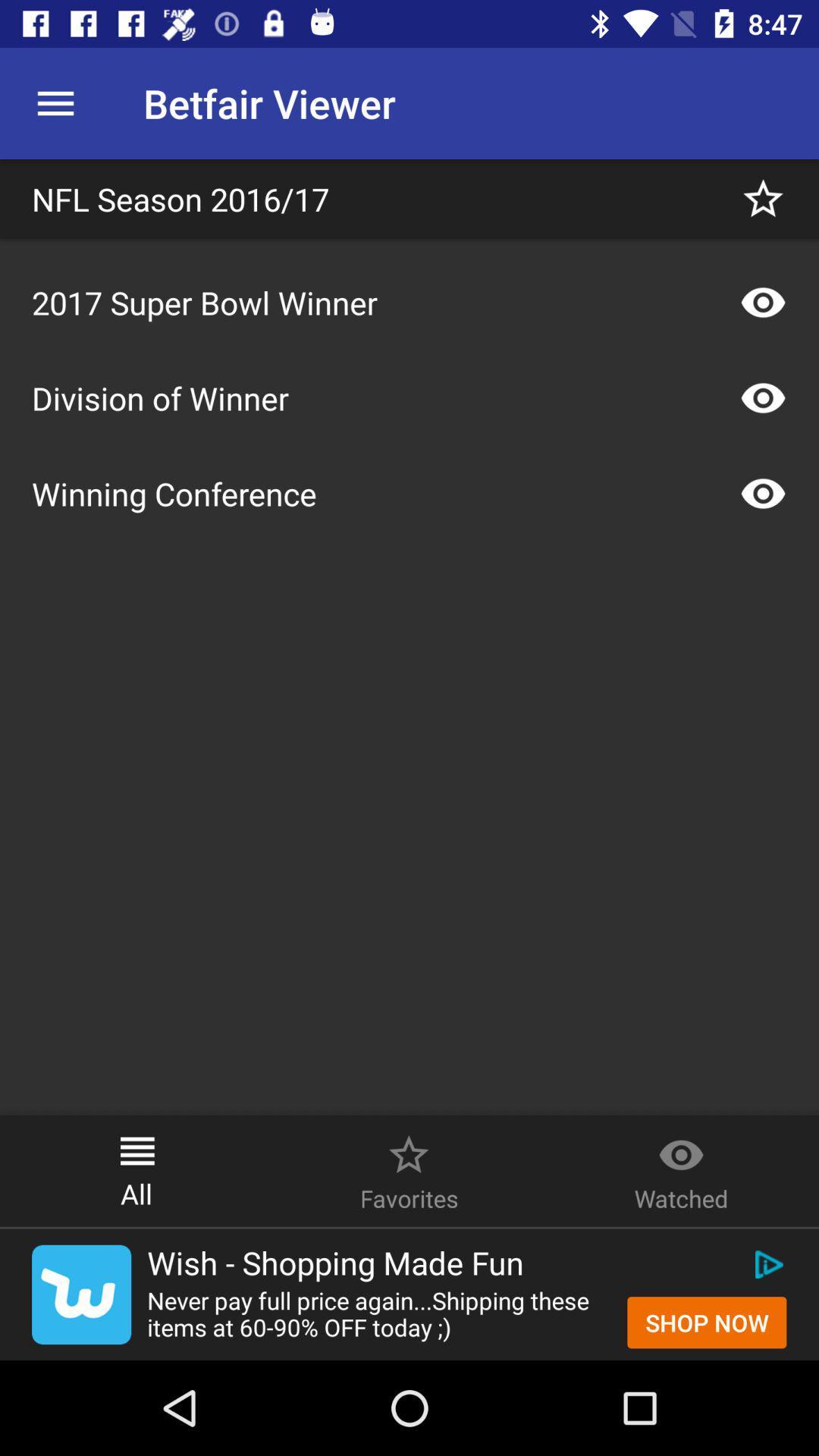  What do you see at coordinates (763, 494) in the screenshot?
I see `visualize element` at bounding box center [763, 494].